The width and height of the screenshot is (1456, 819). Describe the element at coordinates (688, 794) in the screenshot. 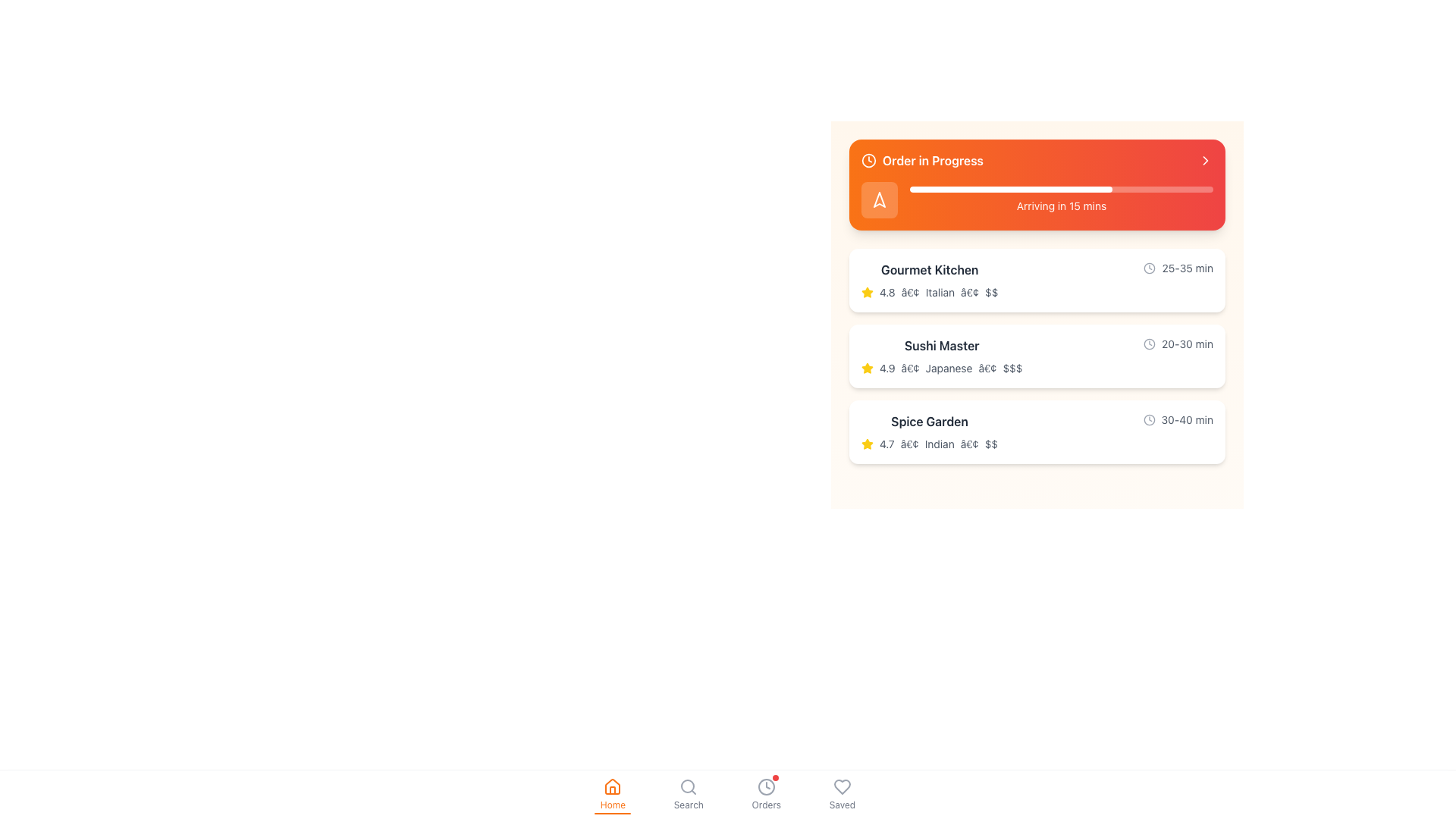

I see `the search icon button with the label 'Search' located in the bottom navigation bar` at that location.